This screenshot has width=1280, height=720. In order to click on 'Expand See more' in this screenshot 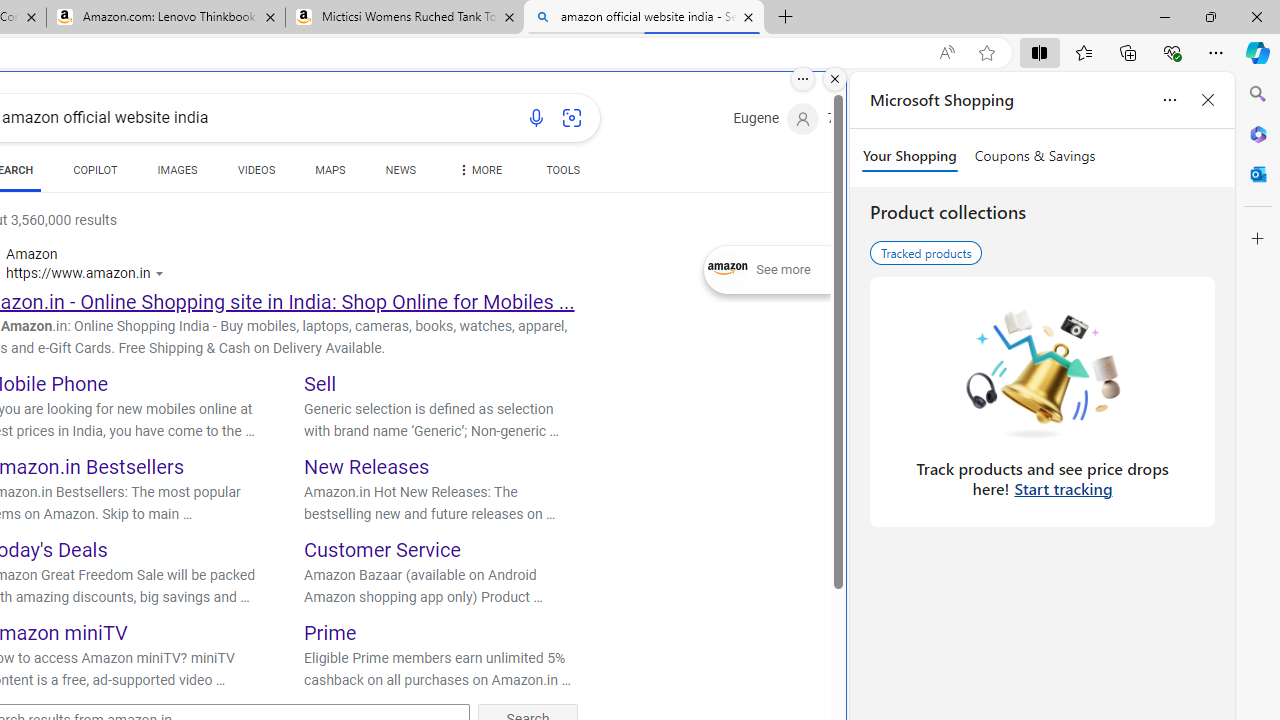, I will do `click(766, 270)`.